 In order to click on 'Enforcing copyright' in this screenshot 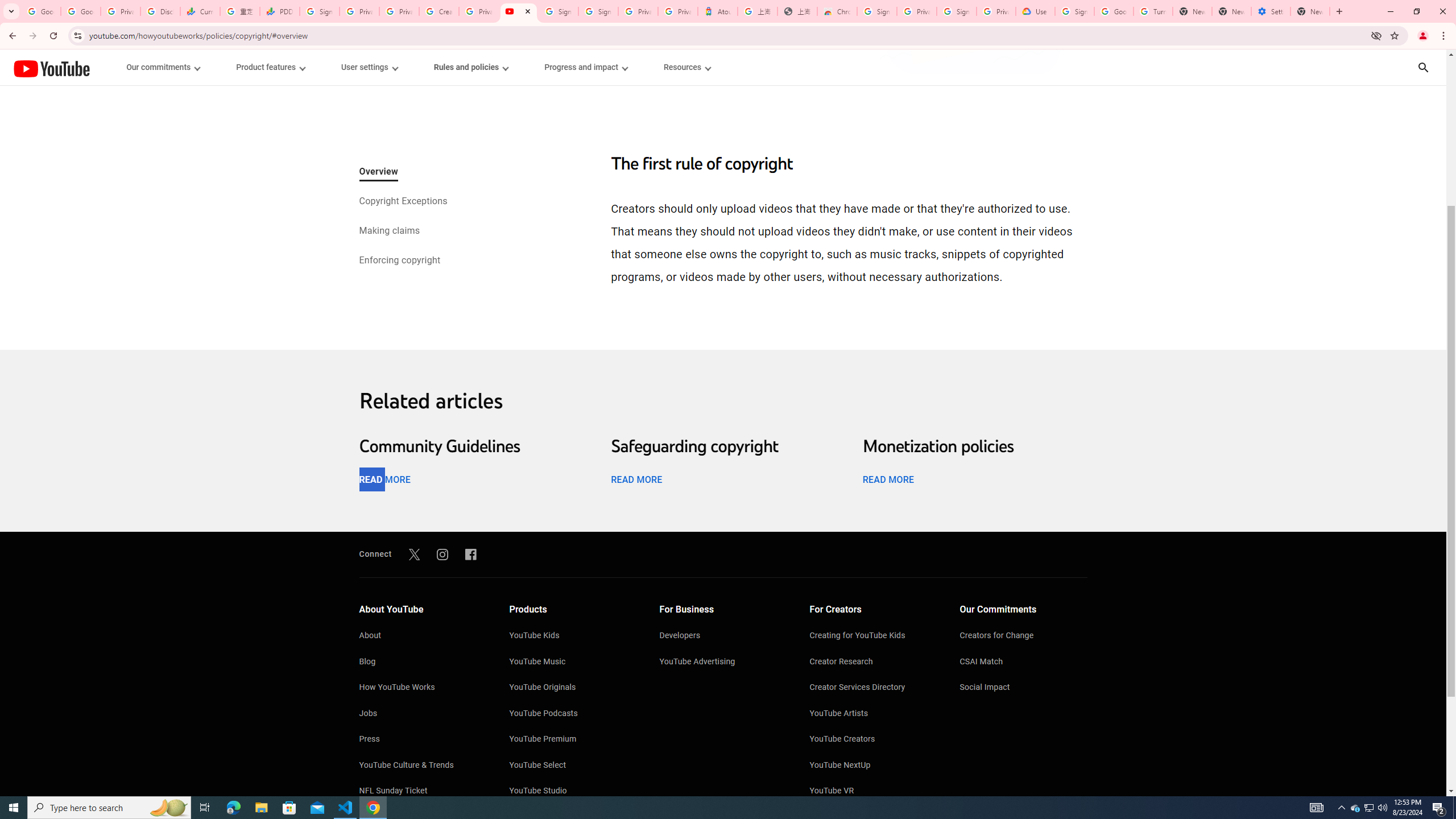, I will do `click(399, 261)`.